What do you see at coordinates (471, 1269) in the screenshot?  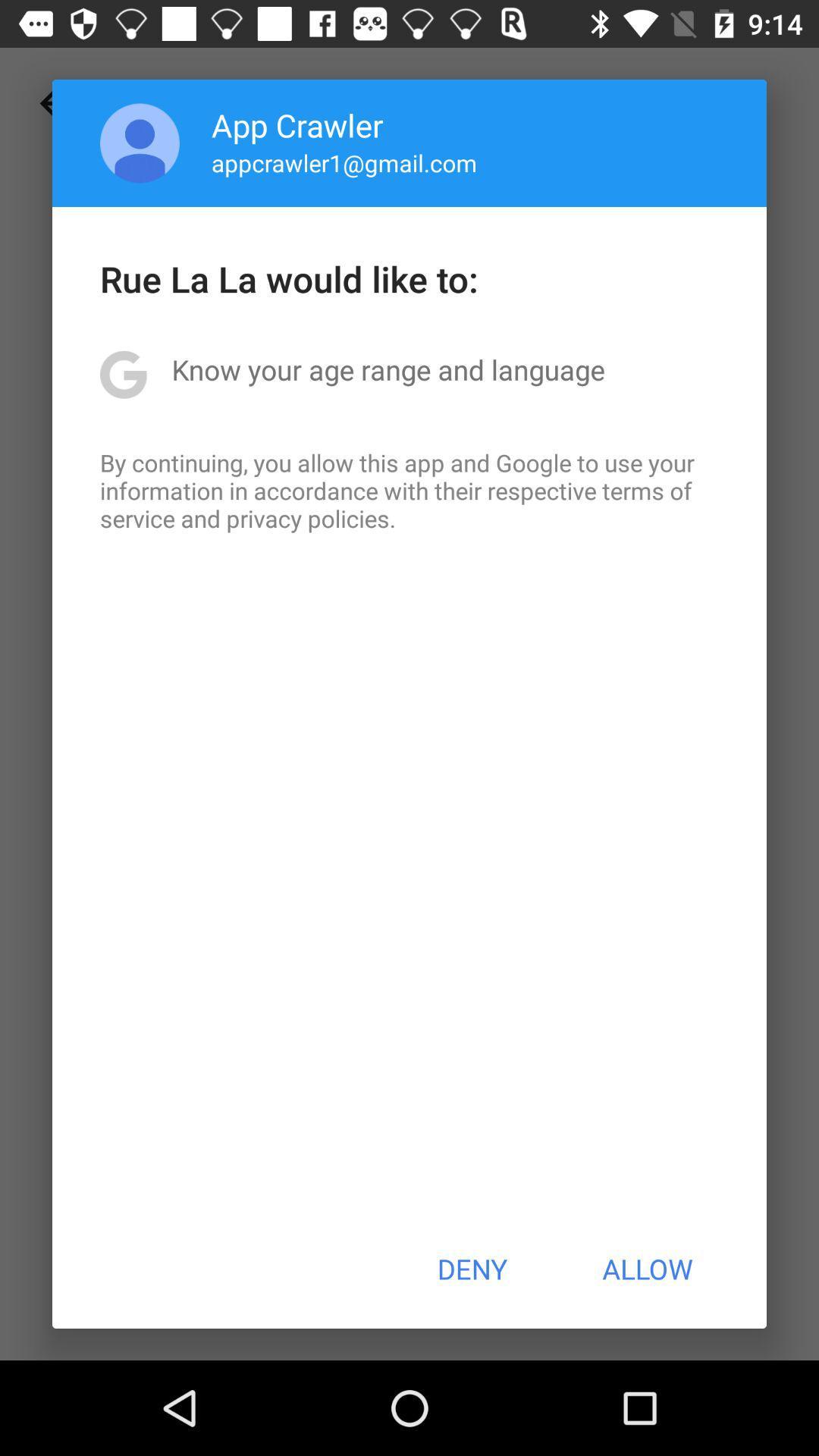 I see `icon below by continuing you app` at bounding box center [471, 1269].